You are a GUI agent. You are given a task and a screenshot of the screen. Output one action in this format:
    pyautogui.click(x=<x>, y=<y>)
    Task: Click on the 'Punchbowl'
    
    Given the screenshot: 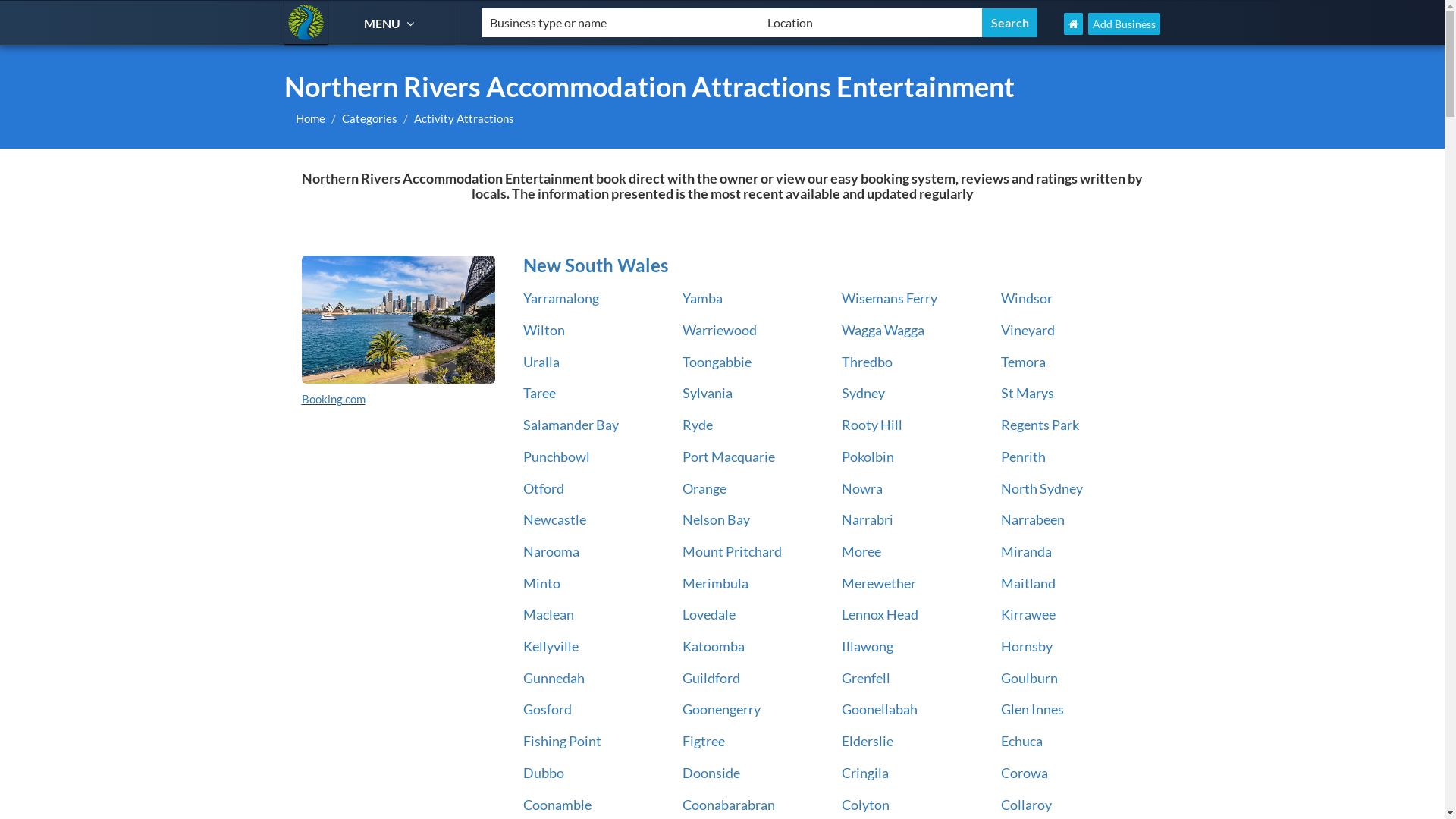 What is the action you would take?
    pyautogui.click(x=523, y=455)
    